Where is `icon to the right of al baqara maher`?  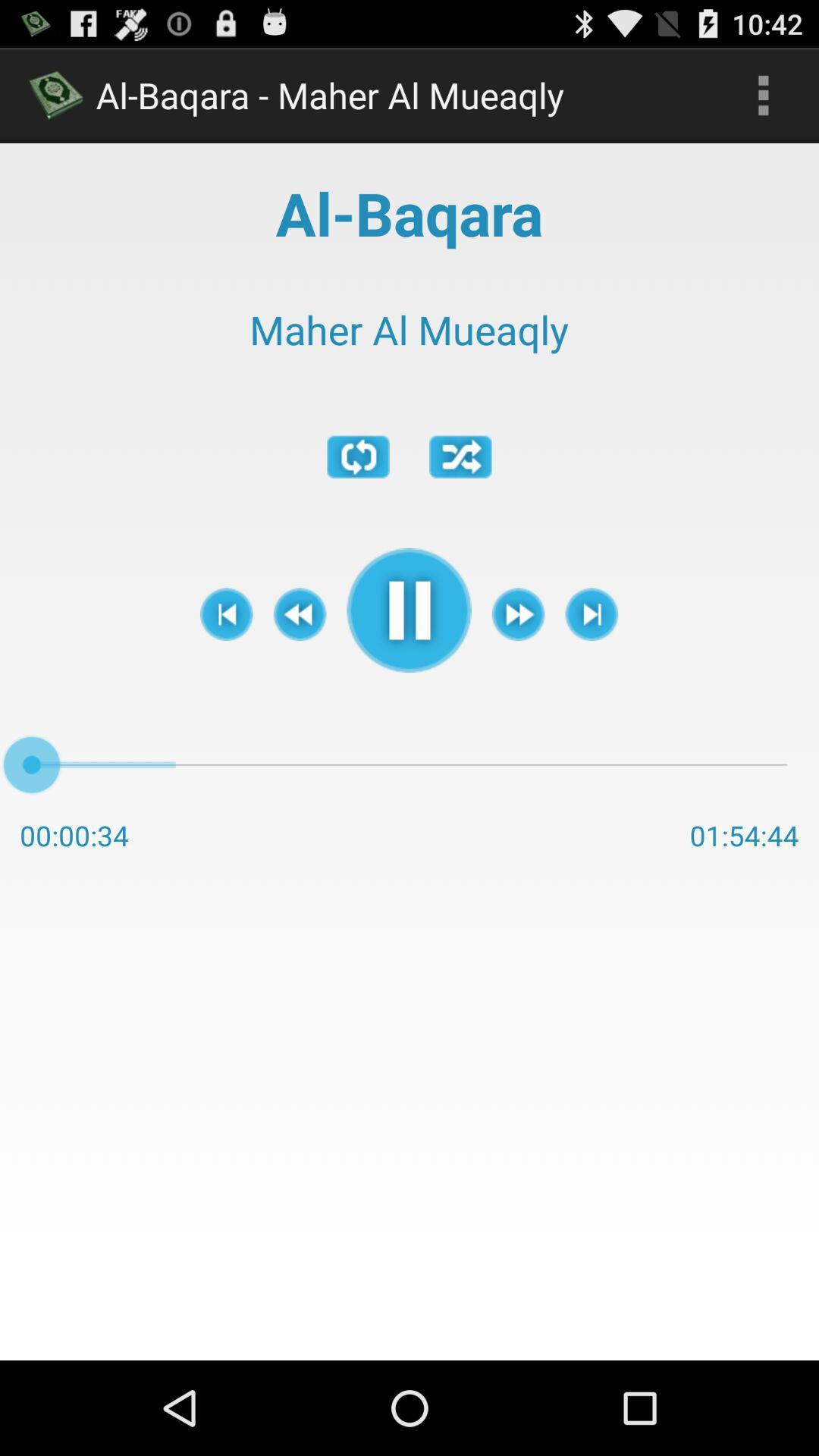
icon to the right of al baqara maher is located at coordinates (763, 94).